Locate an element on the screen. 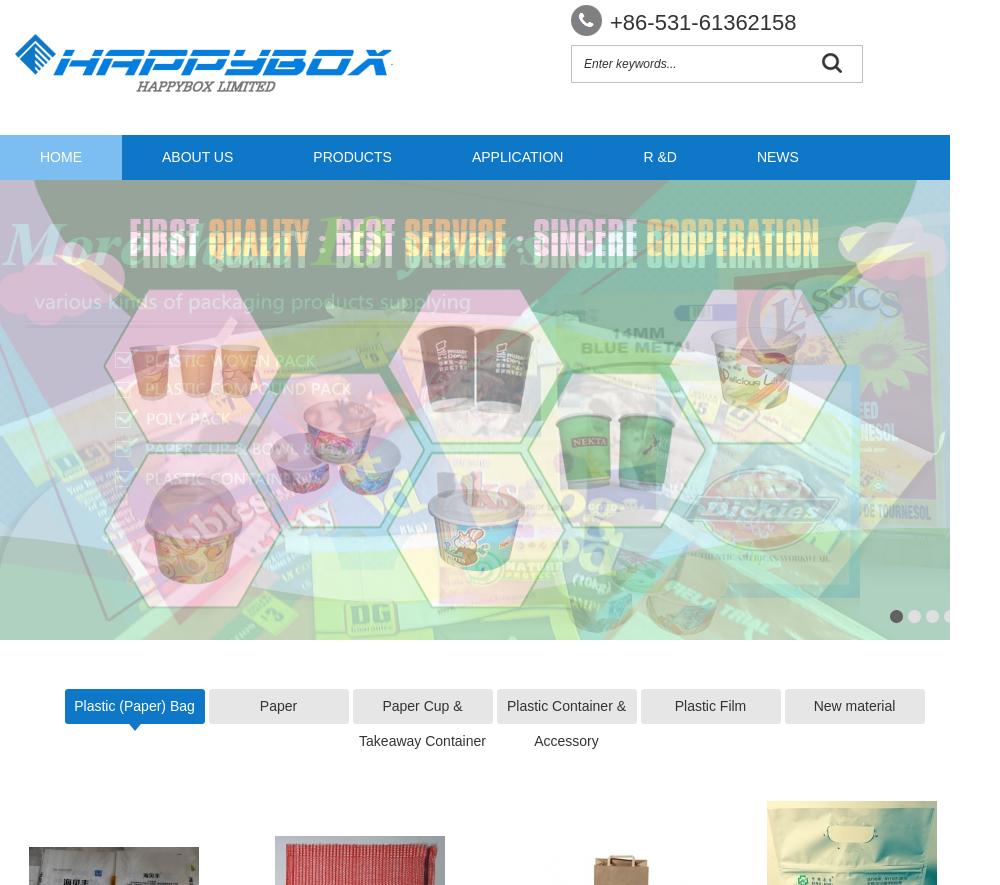 This screenshot has height=885, width=1000. 'R &D' is located at coordinates (659, 155).